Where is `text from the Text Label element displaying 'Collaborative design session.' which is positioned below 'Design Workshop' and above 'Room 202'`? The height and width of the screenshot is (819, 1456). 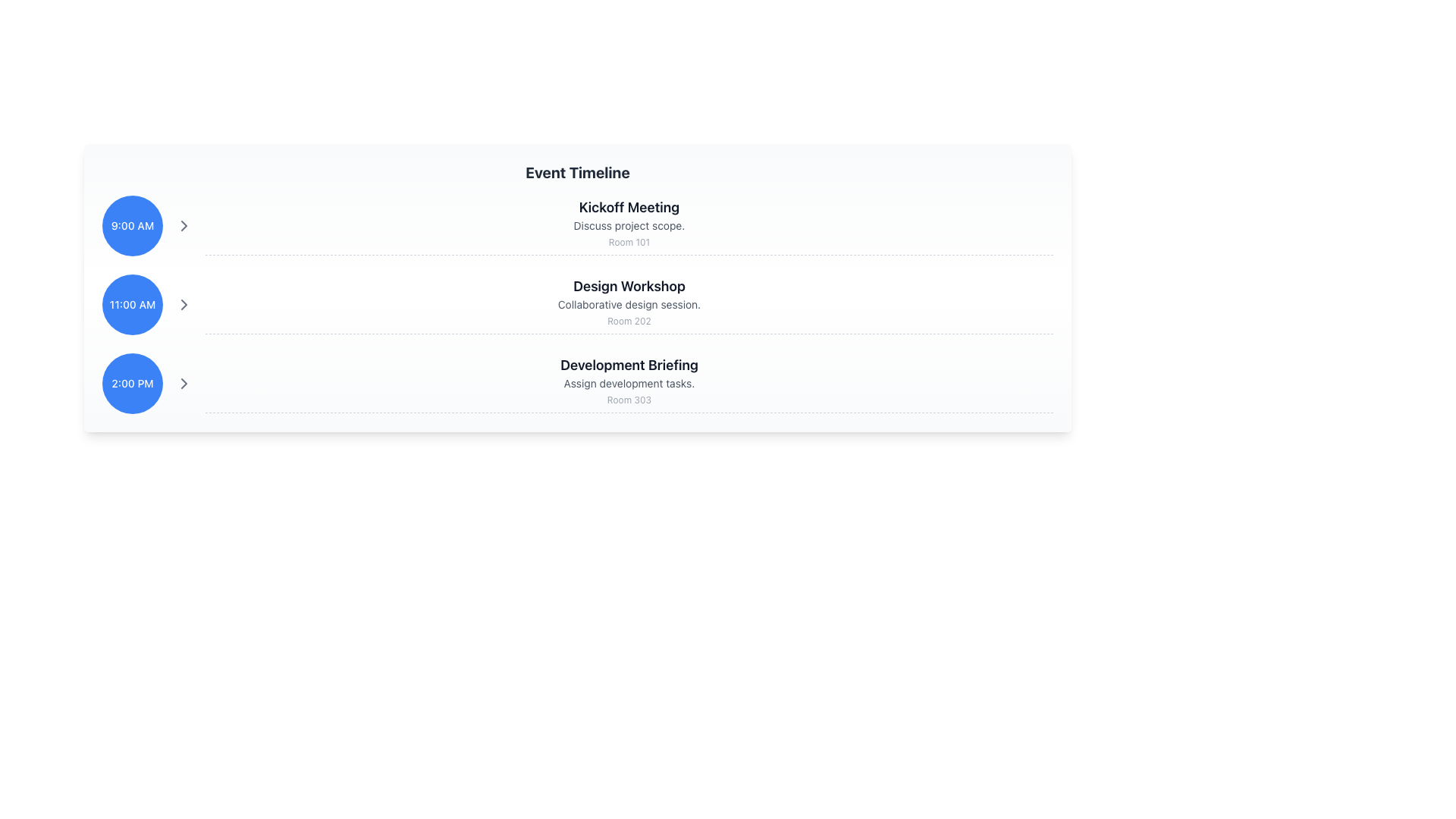 text from the Text Label element displaying 'Collaborative design session.' which is positioned below 'Design Workshop' and above 'Room 202' is located at coordinates (629, 304).